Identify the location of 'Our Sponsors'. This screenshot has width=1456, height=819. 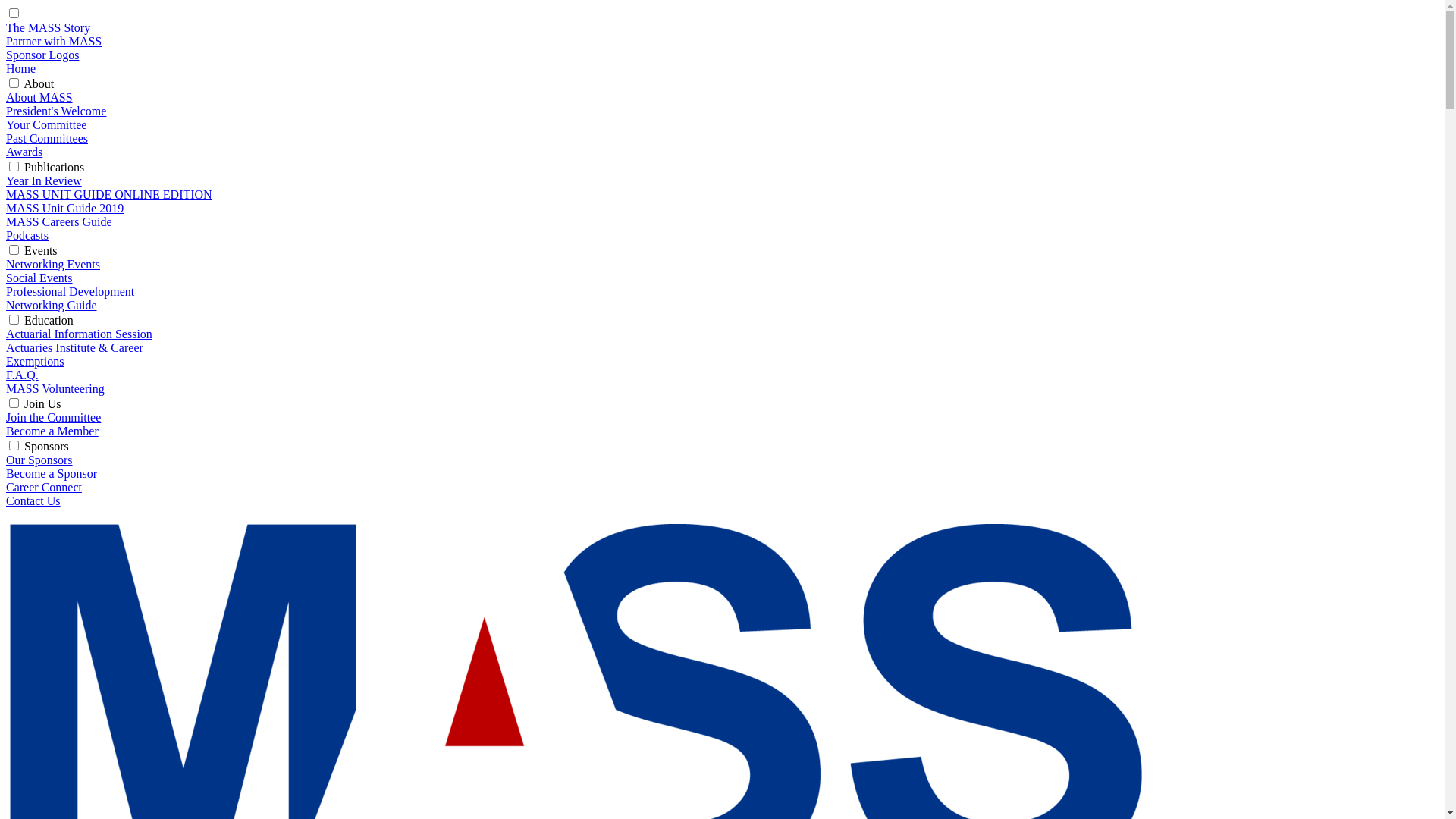
(39, 459).